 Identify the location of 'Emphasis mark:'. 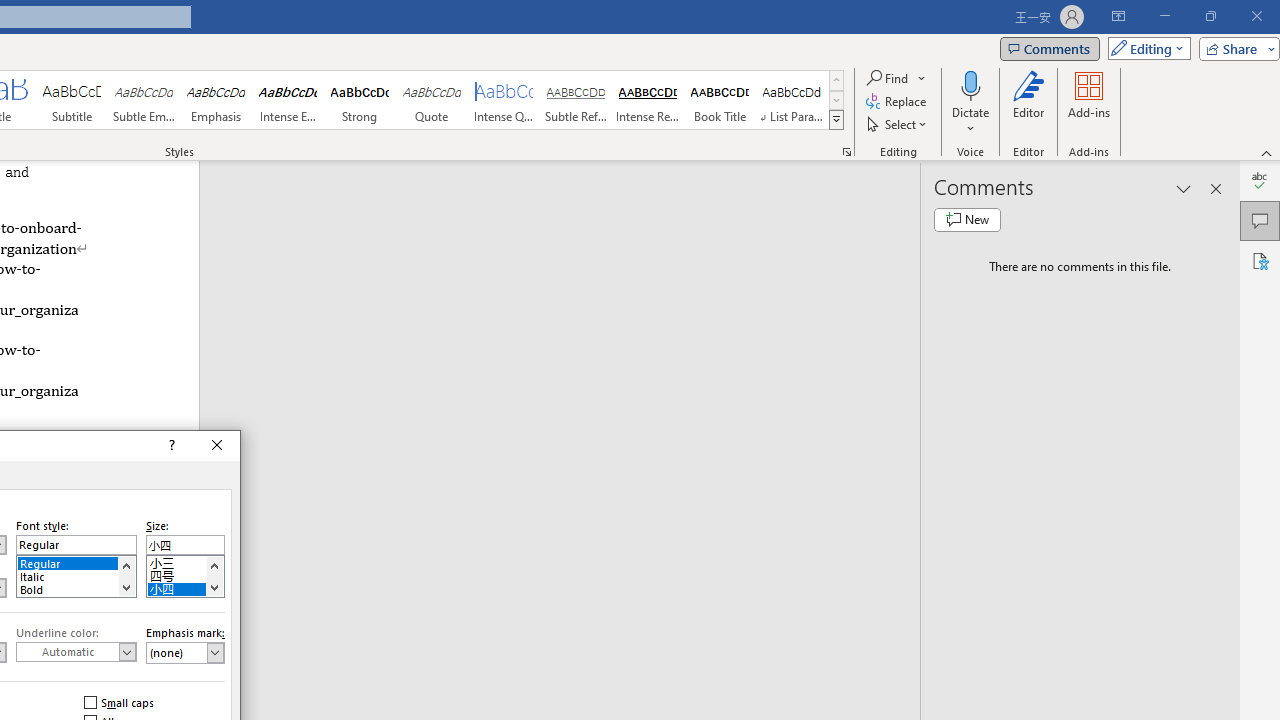
(185, 653).